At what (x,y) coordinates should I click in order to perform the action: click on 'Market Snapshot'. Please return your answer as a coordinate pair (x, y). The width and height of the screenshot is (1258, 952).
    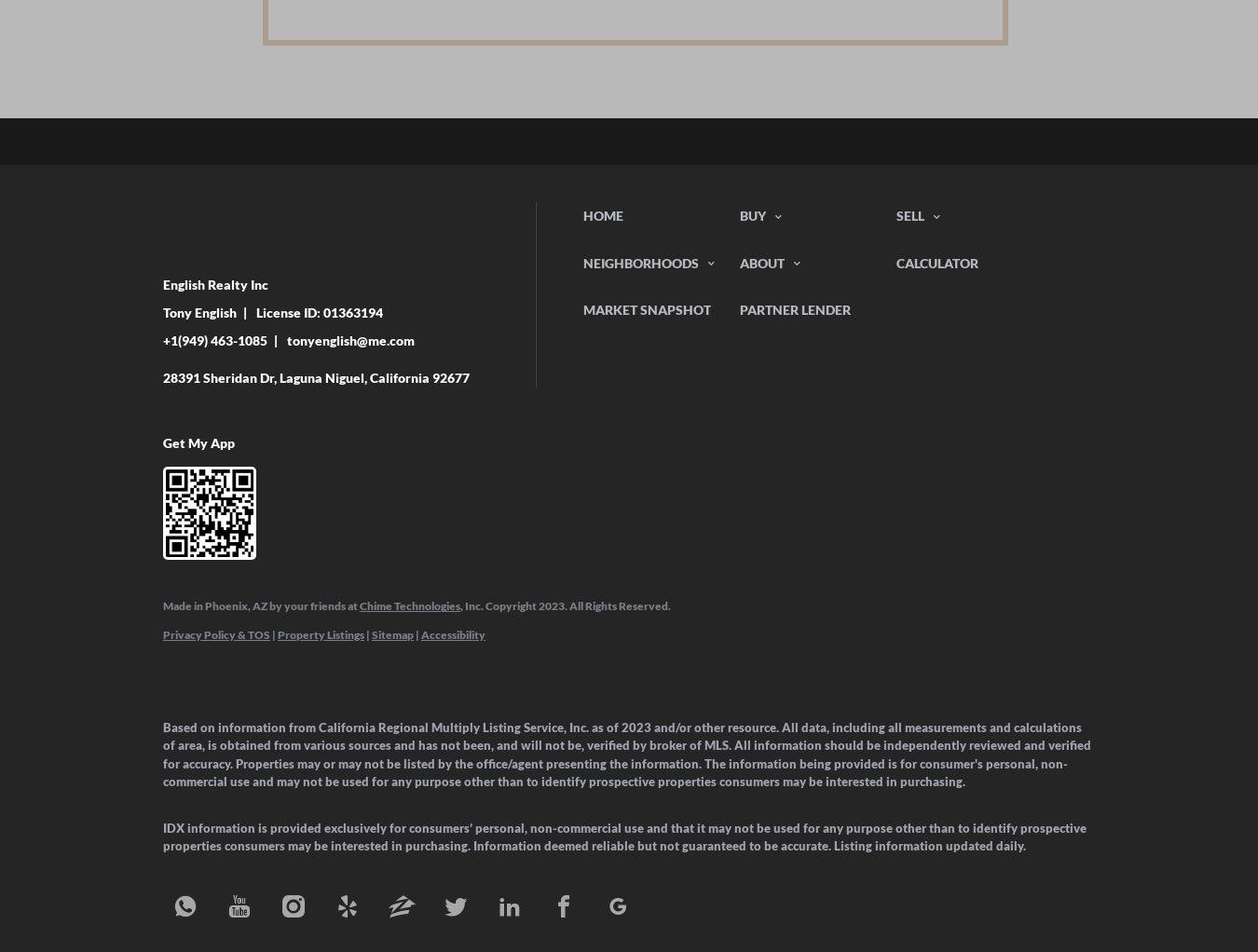
    Looking at the image, I should click on (646, 308).